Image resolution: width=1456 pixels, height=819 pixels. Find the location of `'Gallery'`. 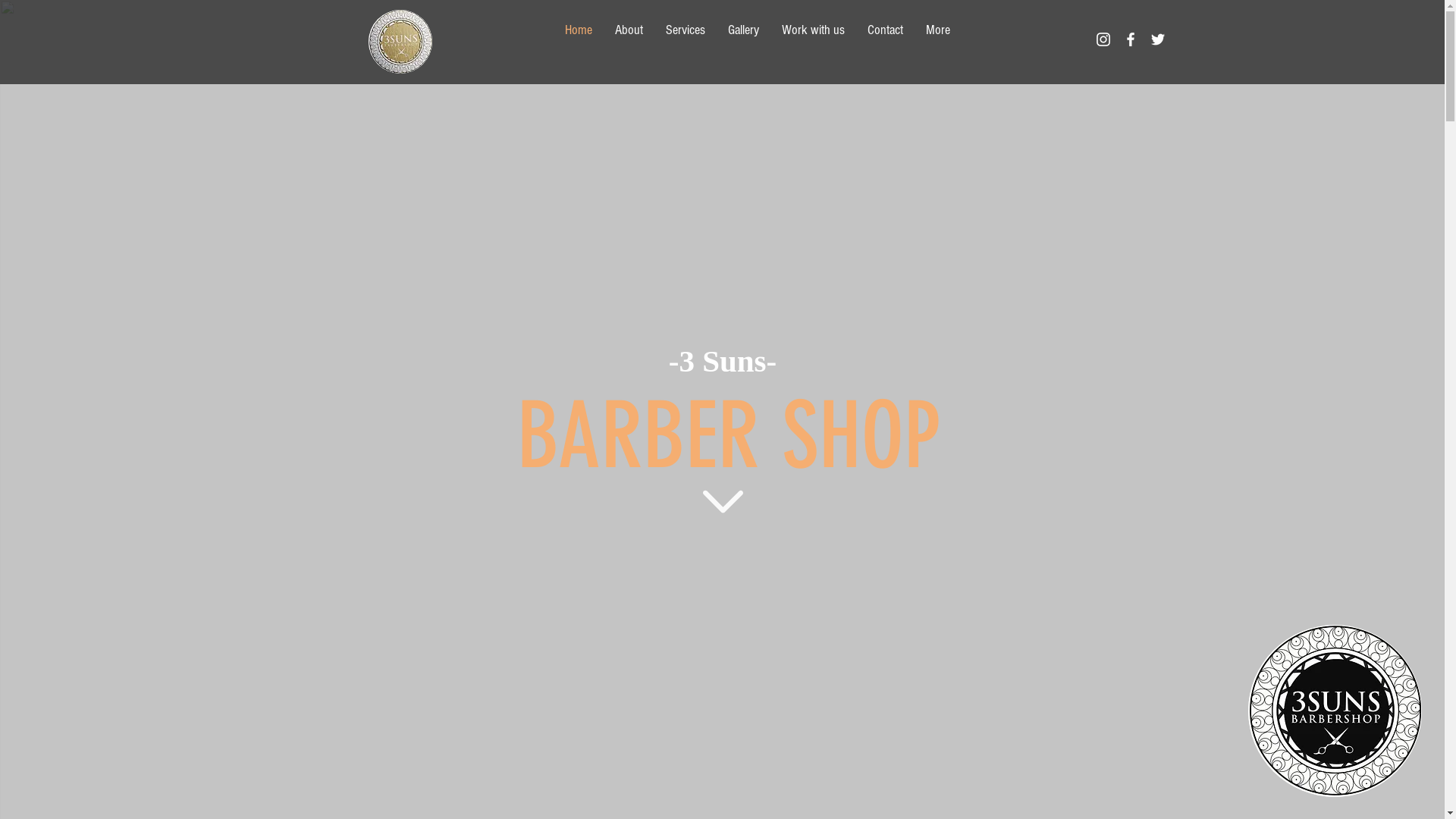

'Gallery' is located at coordinates (742, 38).